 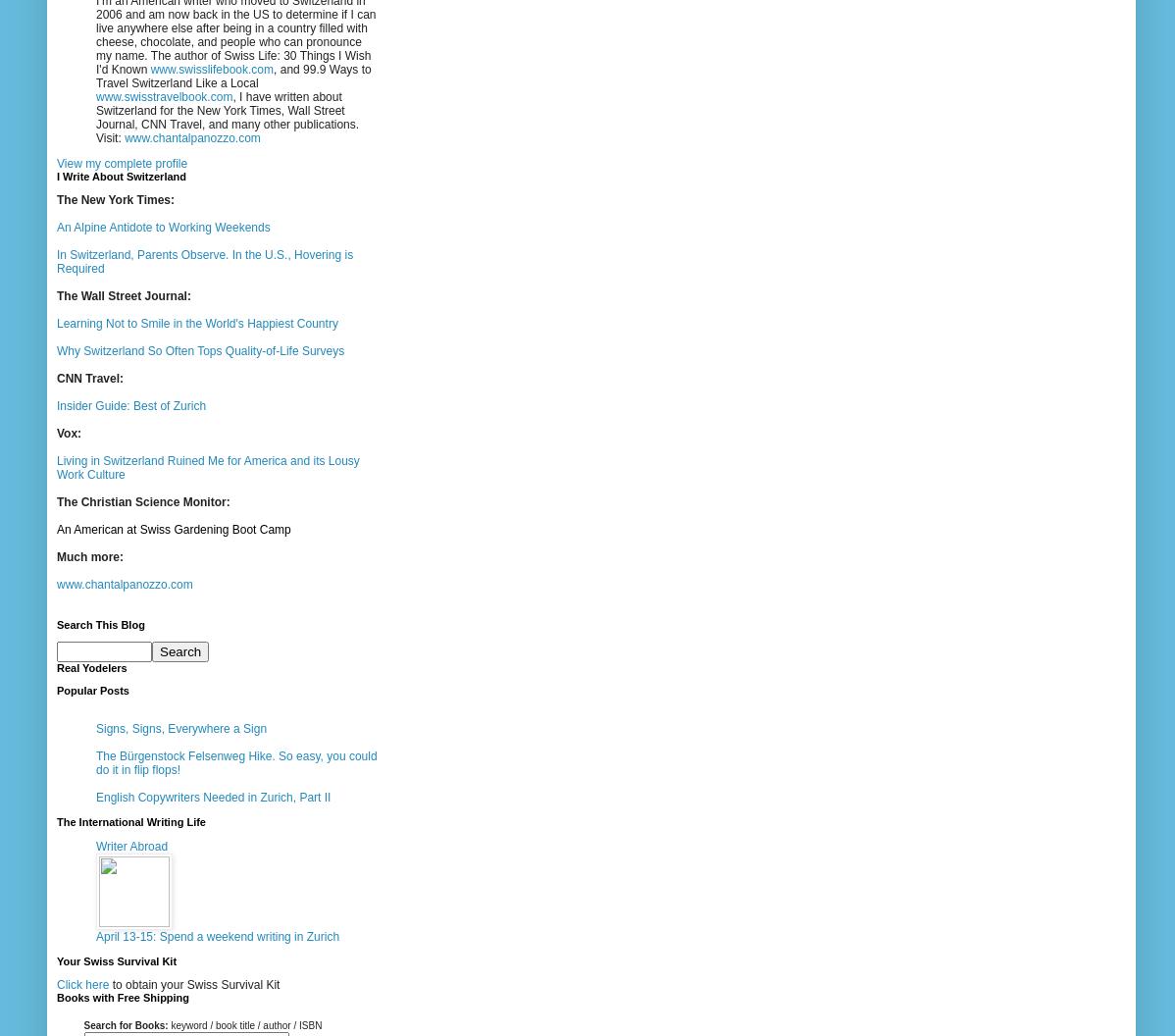 What do you see at coordinates (56, 296) in the screenshot?
I see `'The Wall Street Journal:'` at bounding box center [56, 296].